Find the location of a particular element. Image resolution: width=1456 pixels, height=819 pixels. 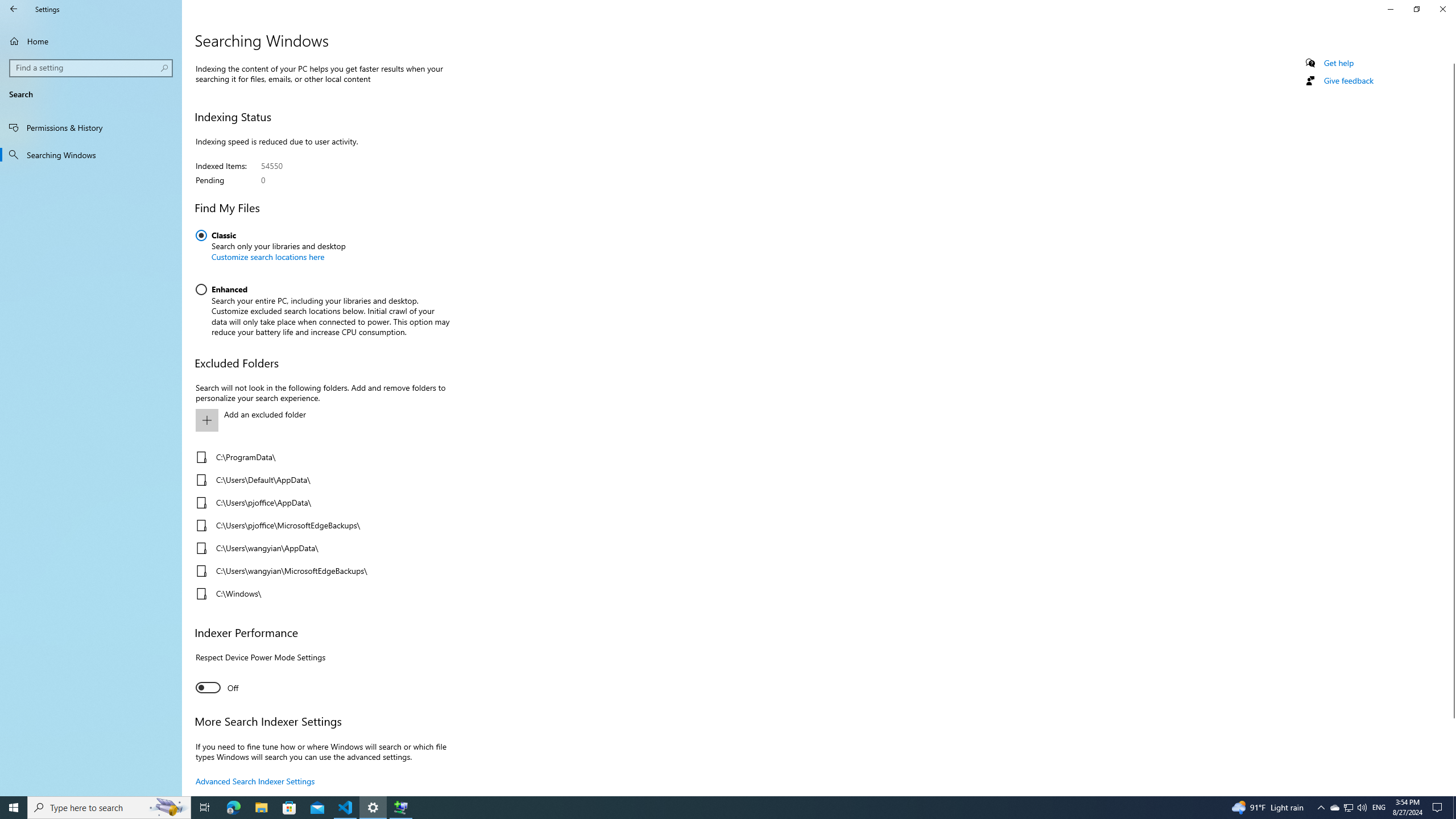

'Task View' is located at coordinates (204, 806).